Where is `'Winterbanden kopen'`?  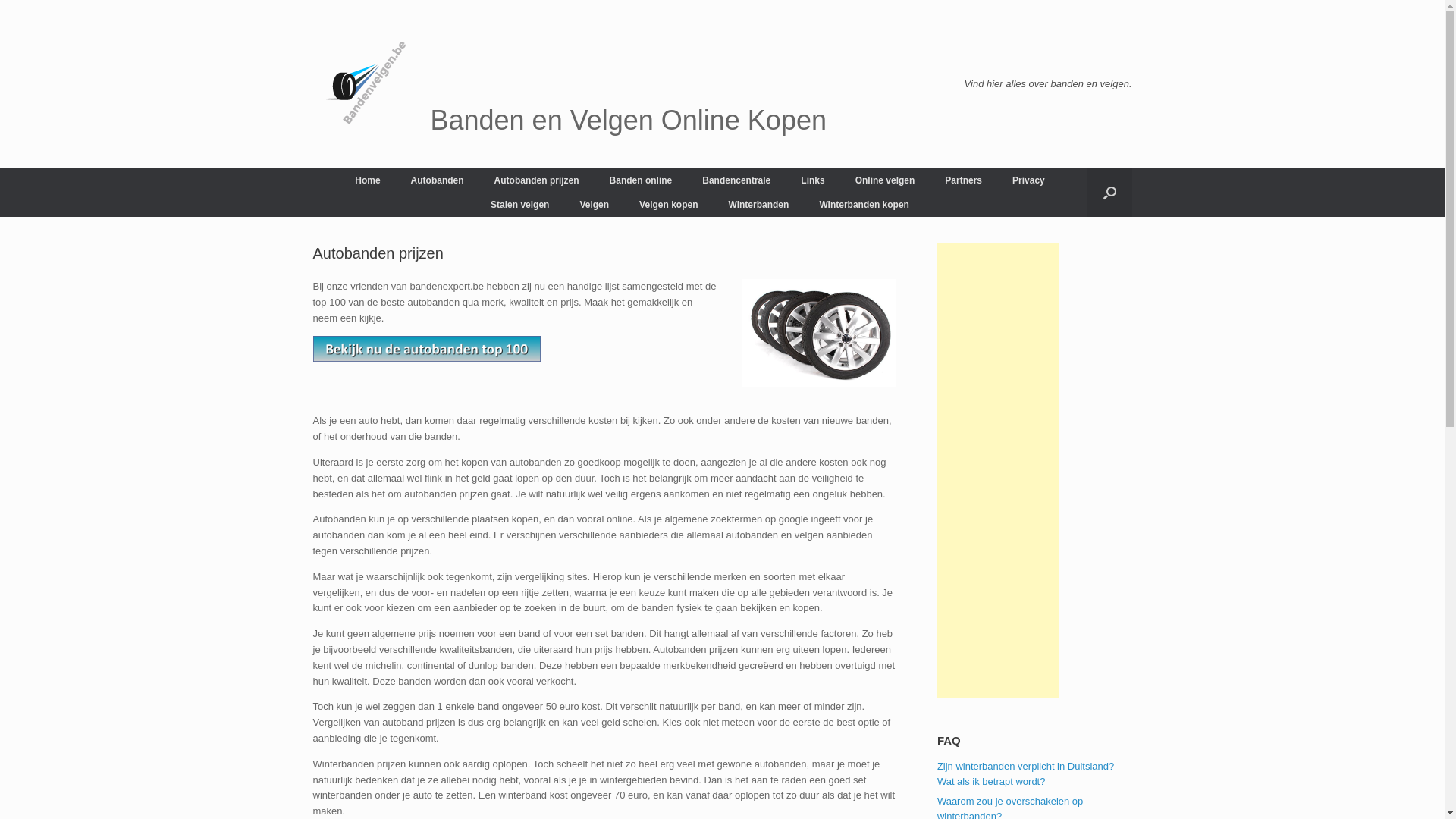
'Winterbanden kopen' is located at coordinates (864, 205).